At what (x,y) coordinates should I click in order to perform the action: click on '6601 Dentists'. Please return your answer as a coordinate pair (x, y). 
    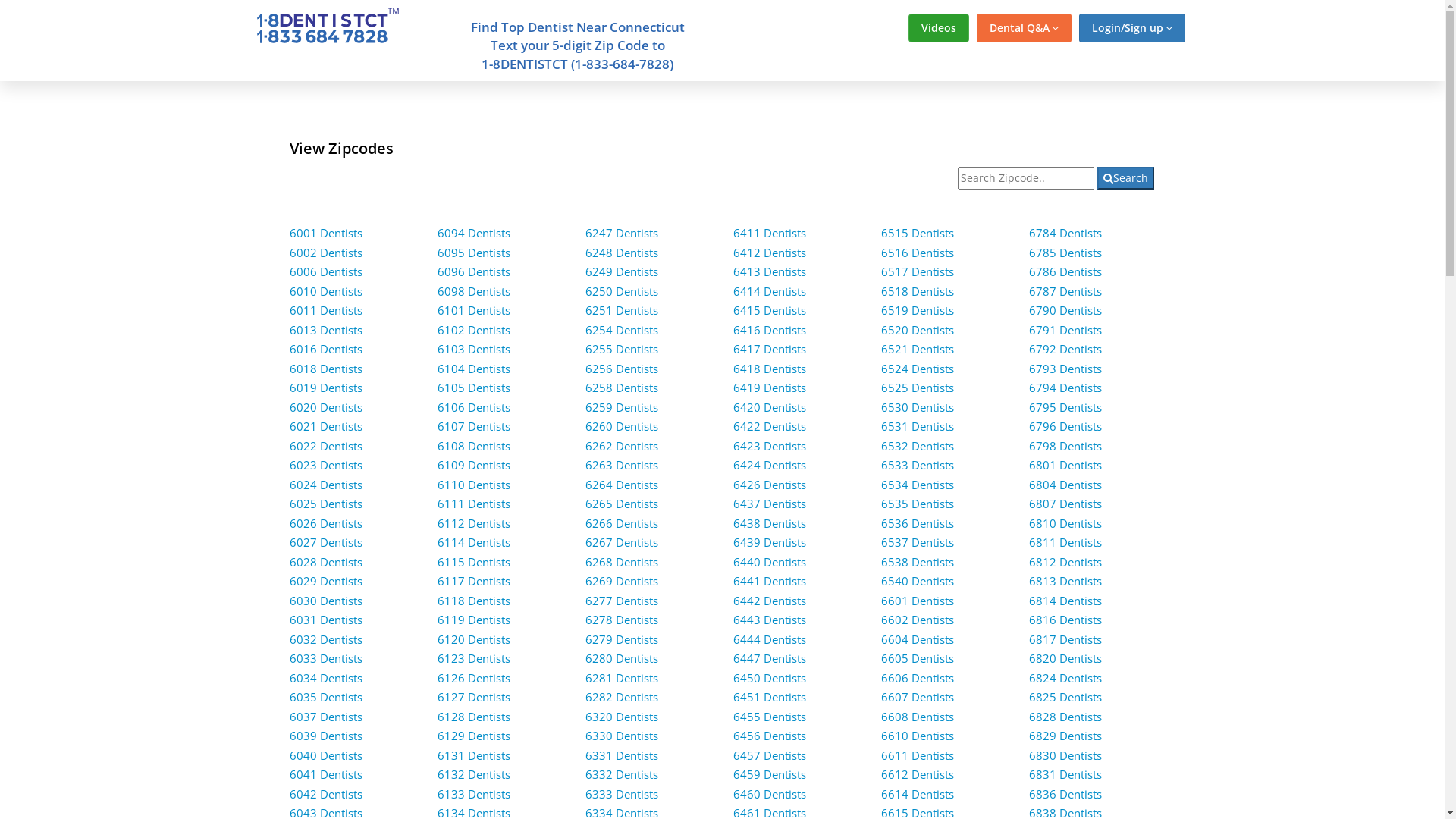
    Looking at the image, I should click on (880, 599).